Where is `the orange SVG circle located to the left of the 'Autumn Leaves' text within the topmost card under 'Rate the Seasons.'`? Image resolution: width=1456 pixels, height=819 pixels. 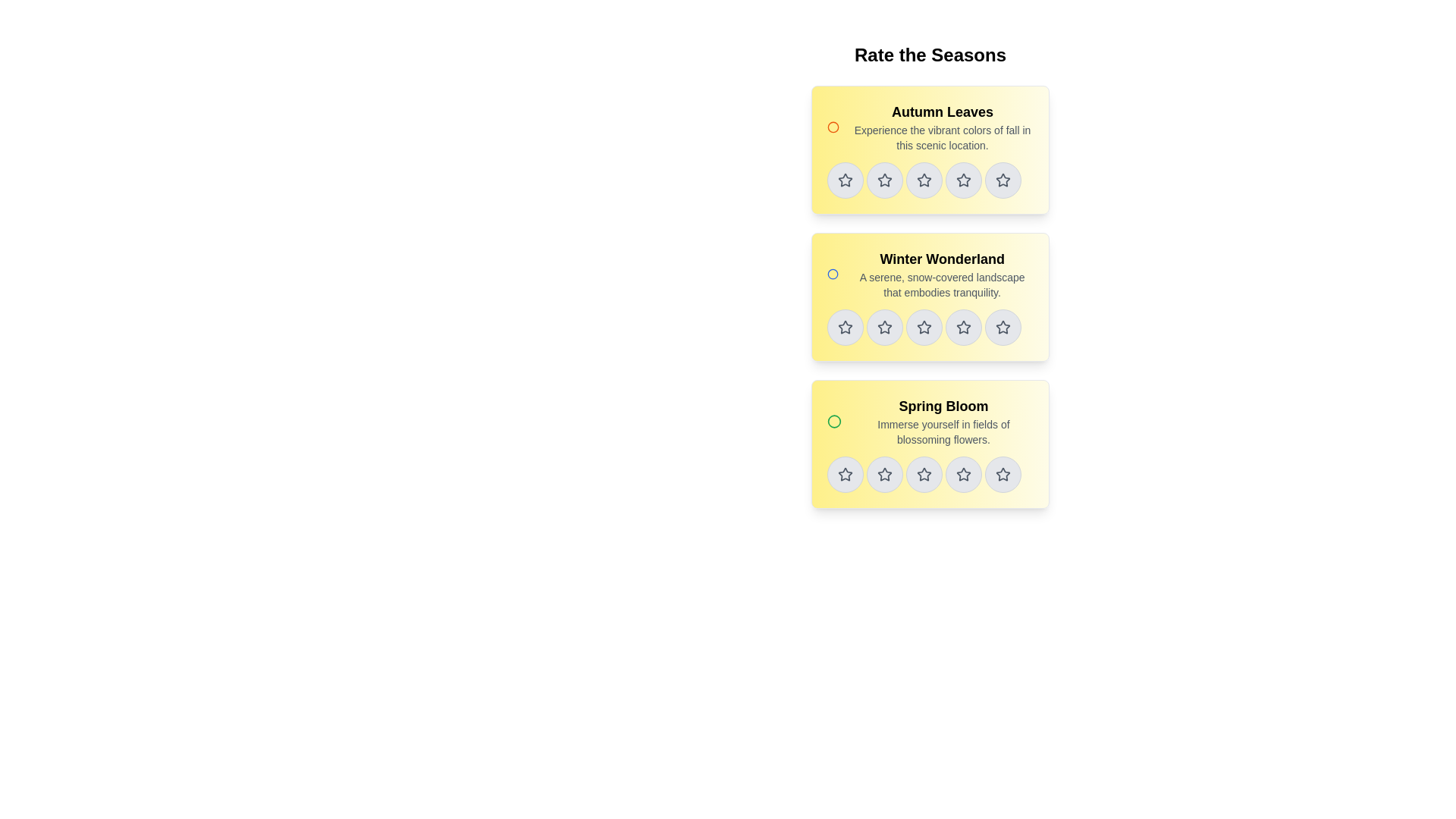 the orange SVG circle located to the left of the 'Autumn Leaves' text within the topmost card under 'Rate the Seasons.' is located at coordinates (833, 127).